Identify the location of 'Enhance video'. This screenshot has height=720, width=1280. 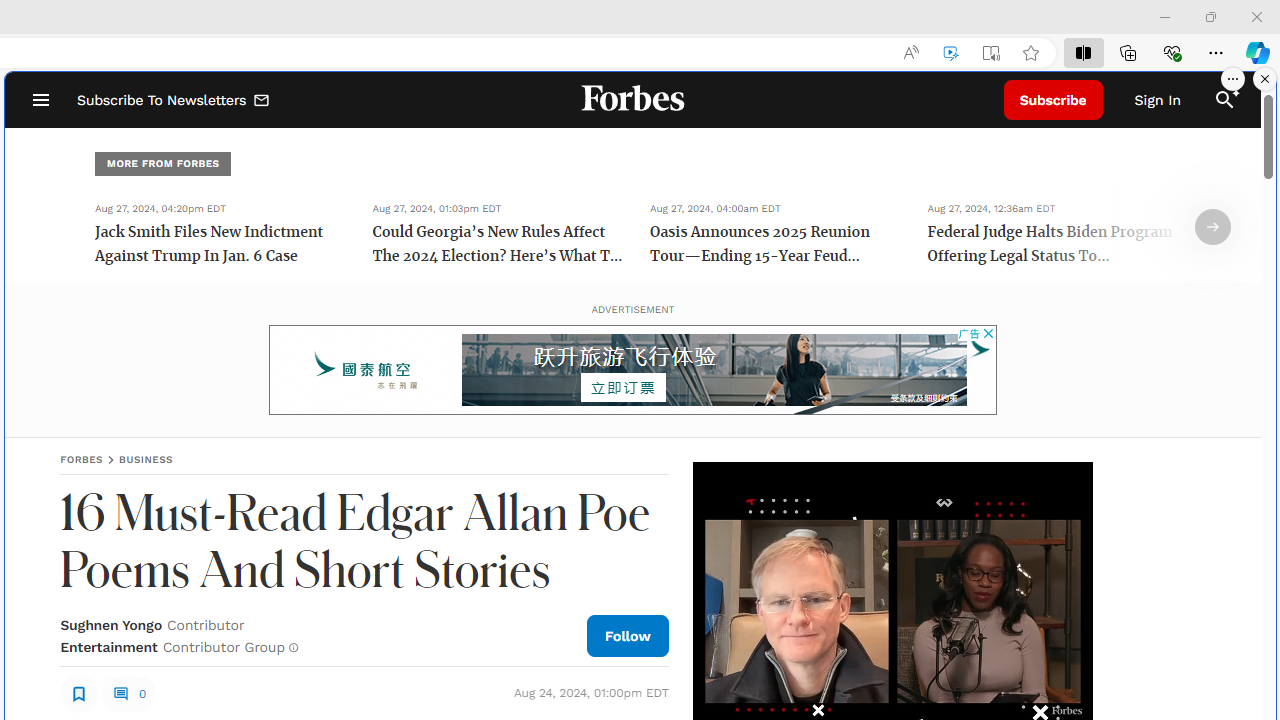
(950, 52).